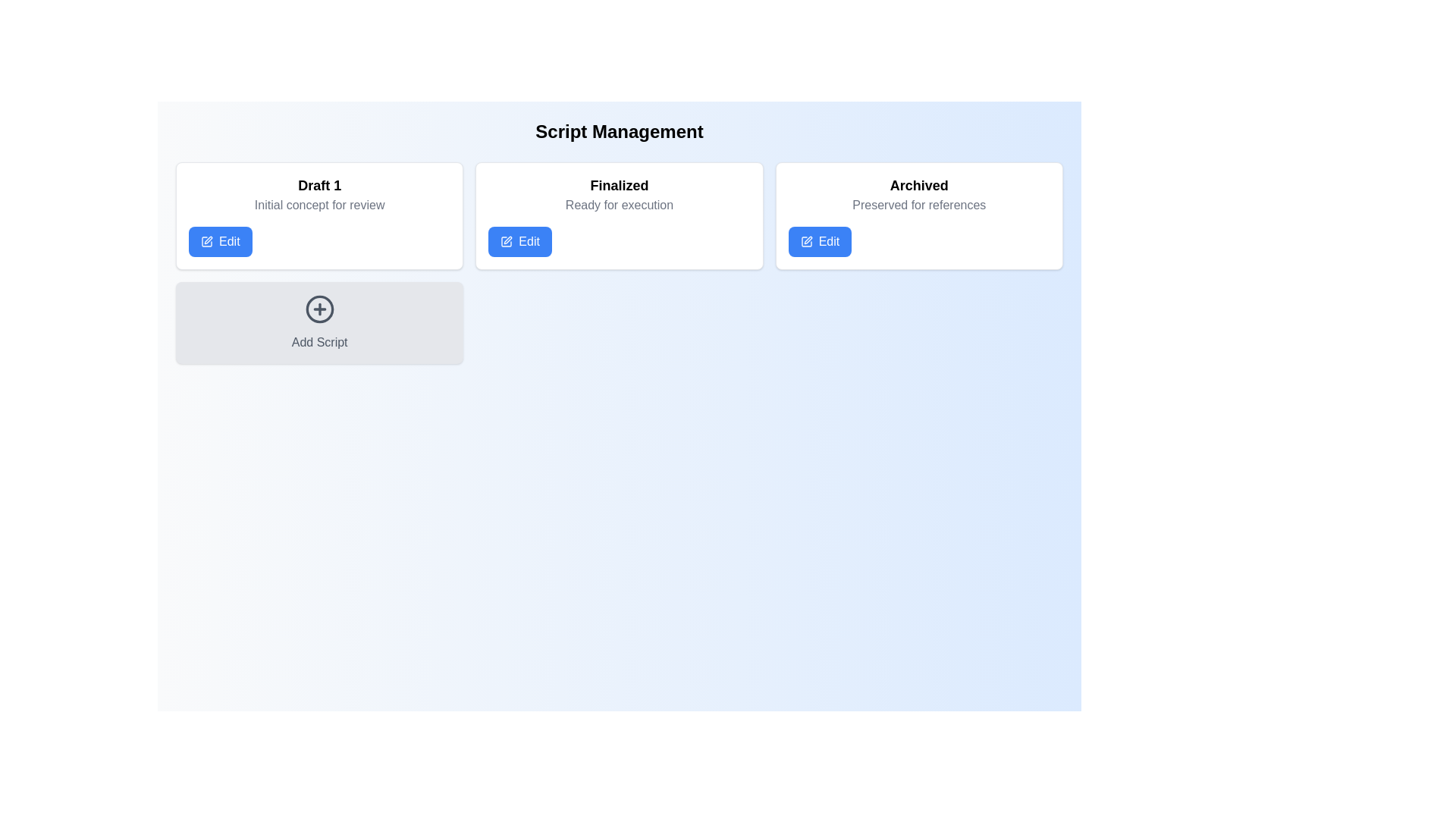  I want to click on the 'Add Script' button, which features a circular plus icon and is centrally aligned with gray styling, so click(318, 322).